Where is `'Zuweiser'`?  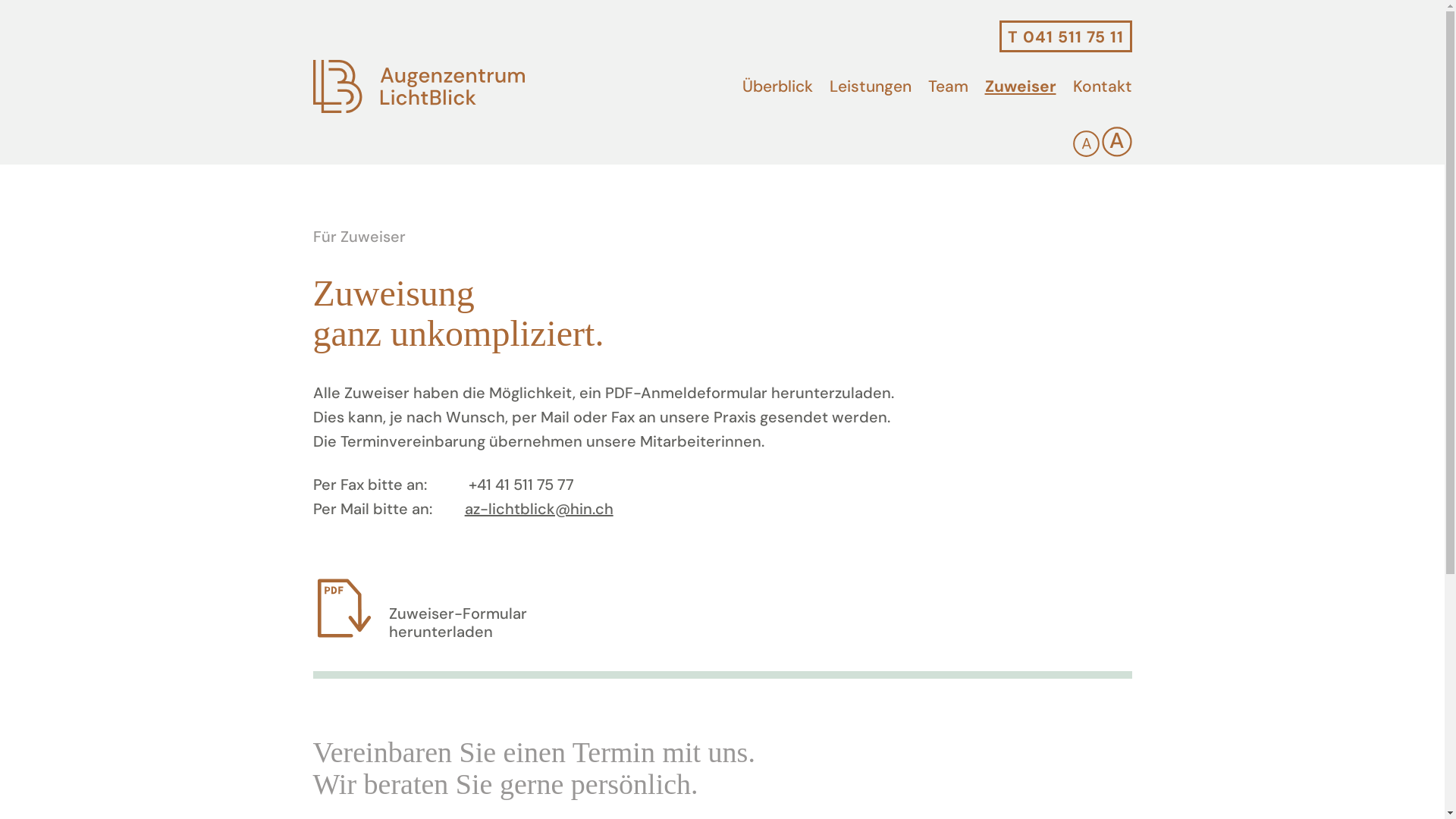 'Zuweiser' is located at coordinates (1019, 86).